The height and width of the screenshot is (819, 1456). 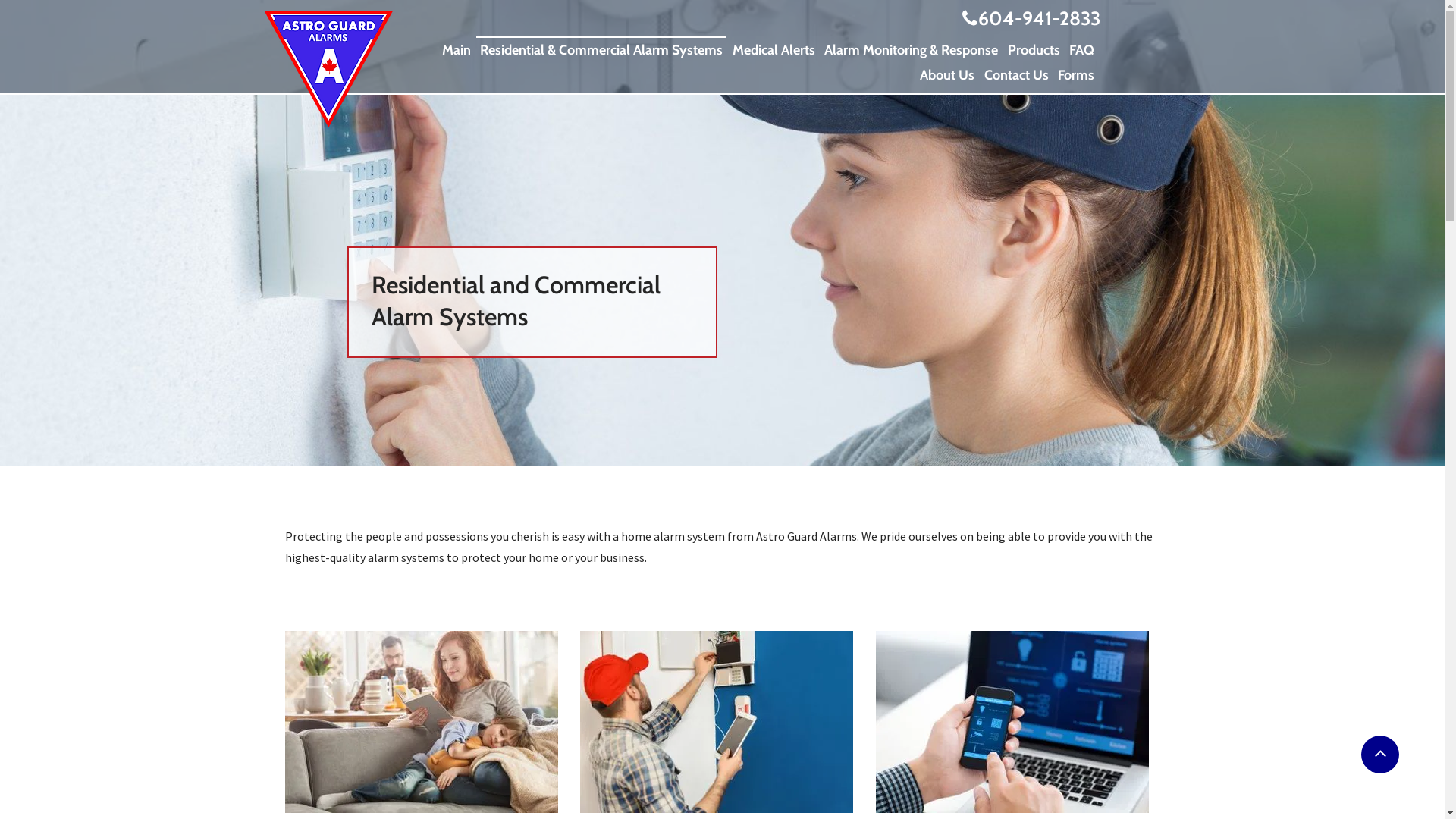 I want to click on 'Medical Alerts', so click(x=773, y=47).